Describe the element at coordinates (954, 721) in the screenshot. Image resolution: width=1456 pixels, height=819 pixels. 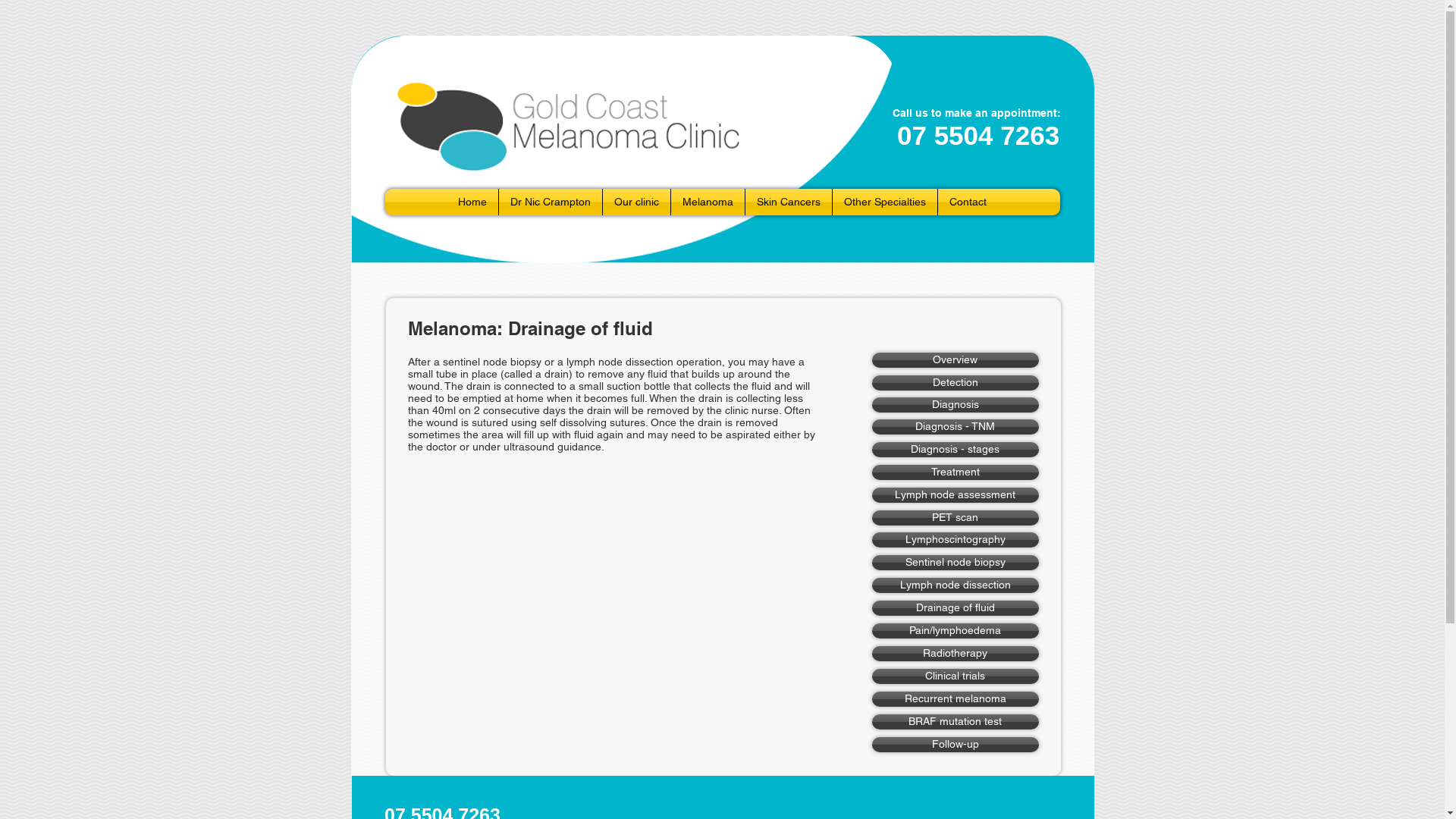
I see `'BRAF mutation test'` at that location.